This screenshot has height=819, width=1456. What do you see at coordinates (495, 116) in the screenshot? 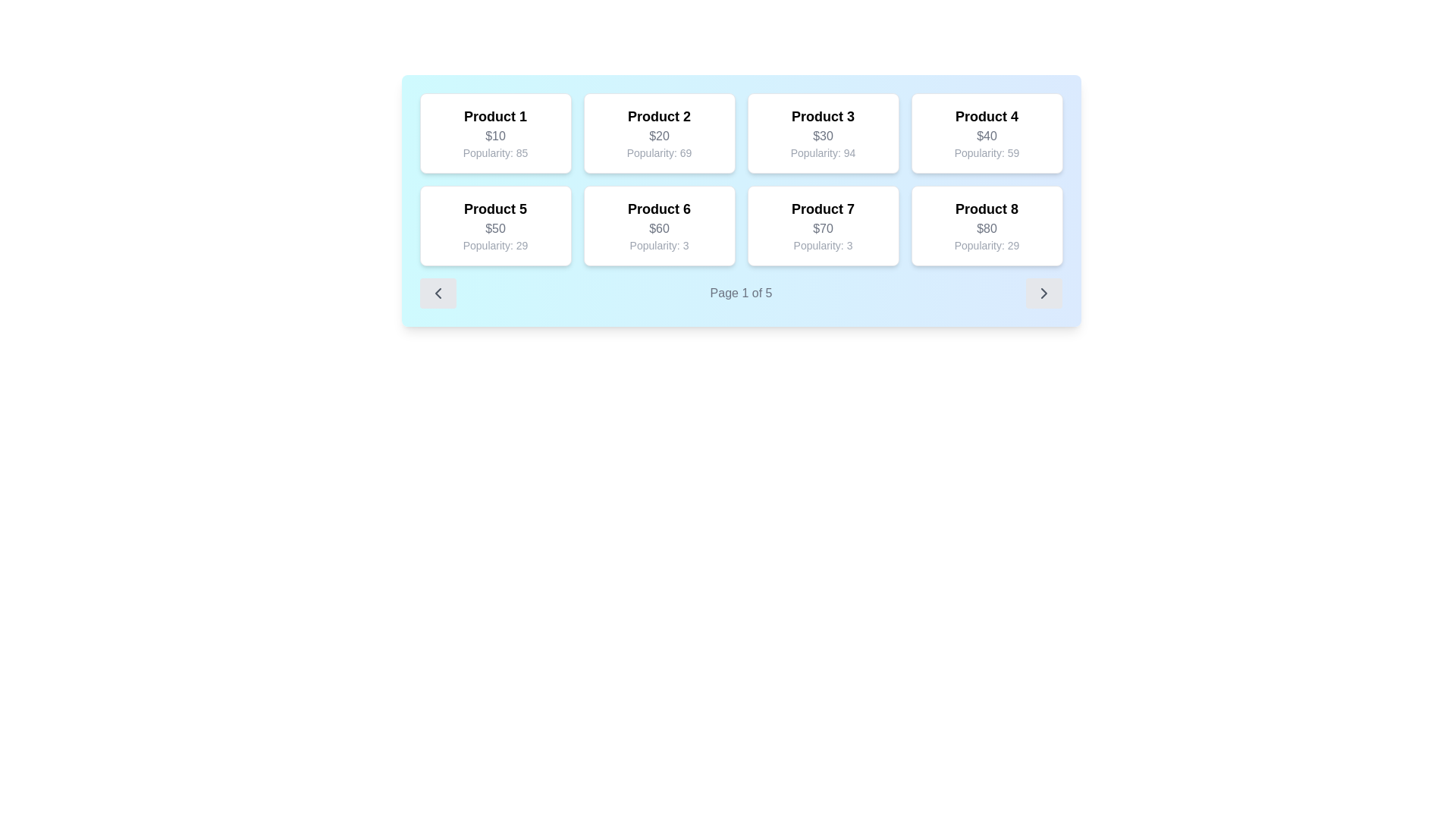
I see `the product name label located at the top of its card component, which displays the title of the product` at bounding box center [495, 116].